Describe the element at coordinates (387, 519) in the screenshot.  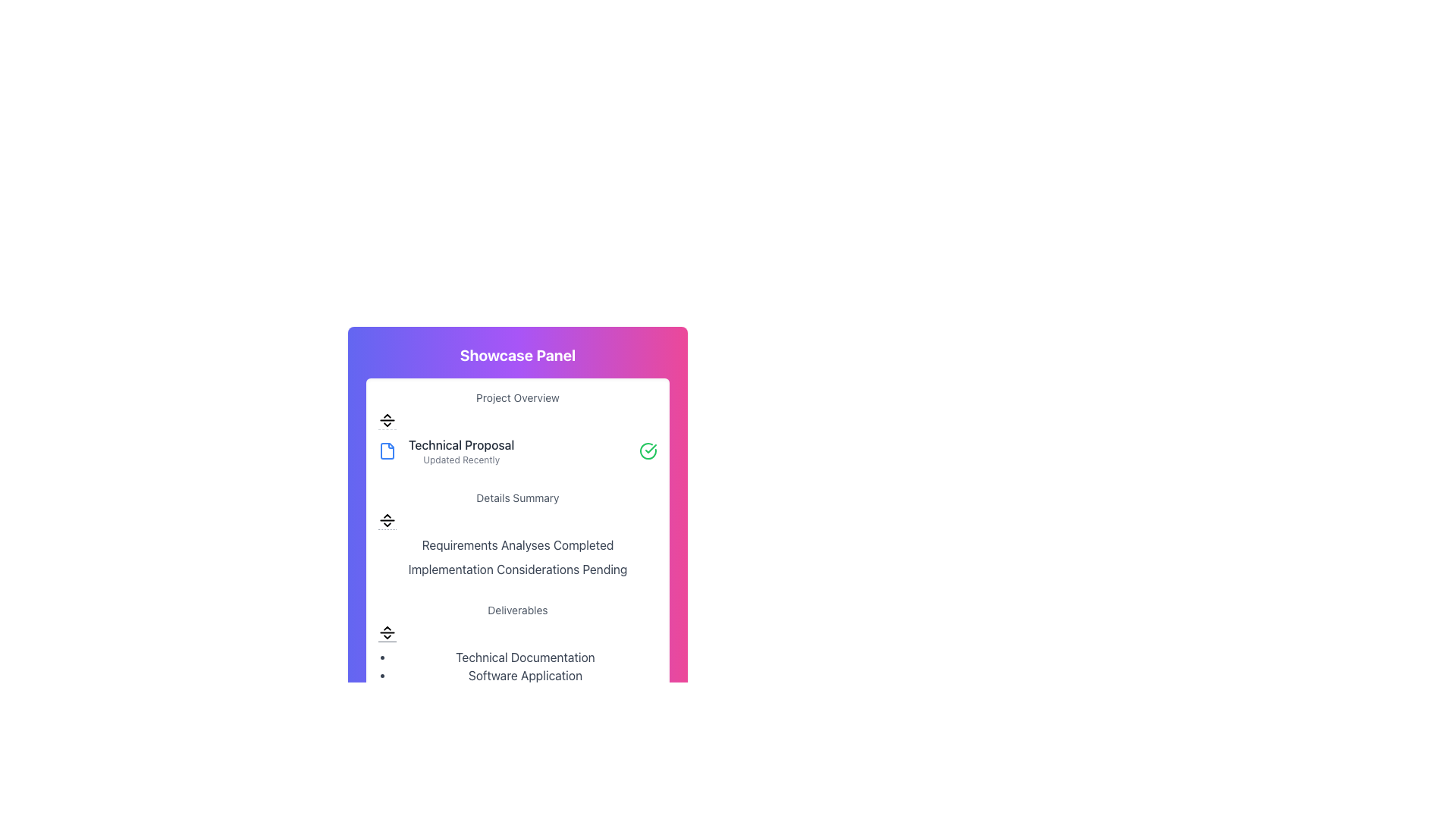
I see `the horizontal separator icon with a dotted line and chevron symbols located between the sections 'Details Summary' and 'Requirements Analyses Completed Implementation Considerations Pending'` at that location.